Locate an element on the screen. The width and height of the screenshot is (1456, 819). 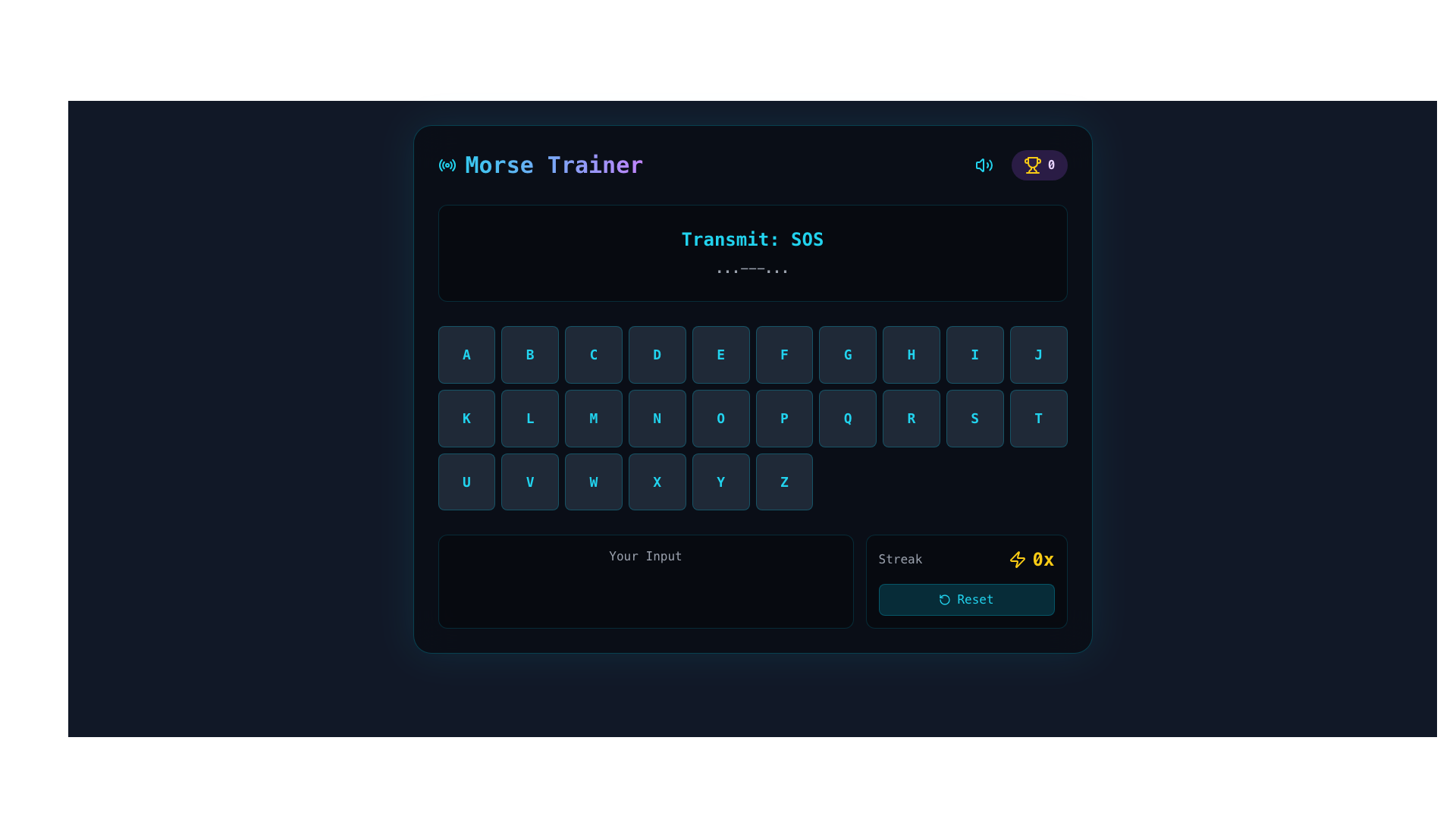
the icon representing Morse code or transmission, located to the immediate left of the 'Morse Trainer' text label in the header region is located at coordinates (446, 165).